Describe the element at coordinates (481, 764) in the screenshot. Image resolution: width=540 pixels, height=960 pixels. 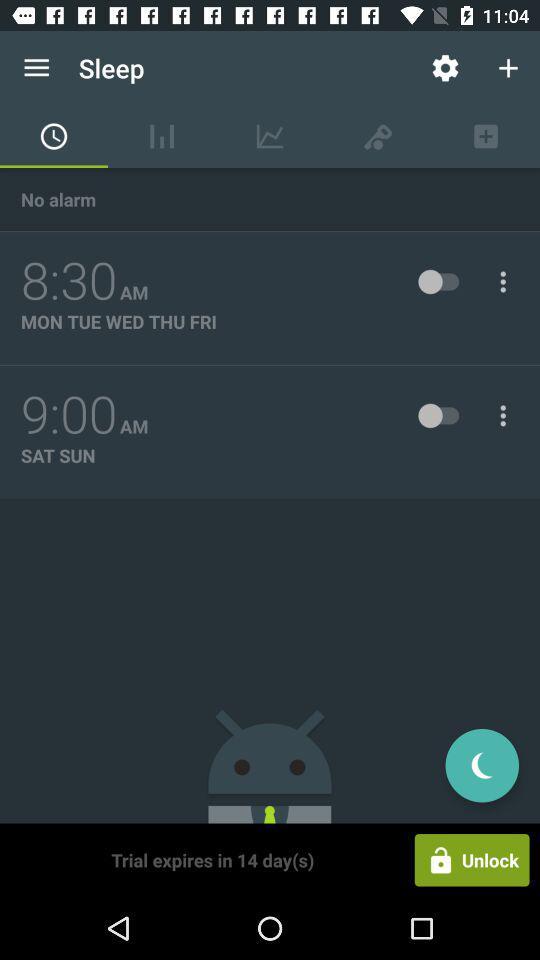
I see `snooze` at that location.